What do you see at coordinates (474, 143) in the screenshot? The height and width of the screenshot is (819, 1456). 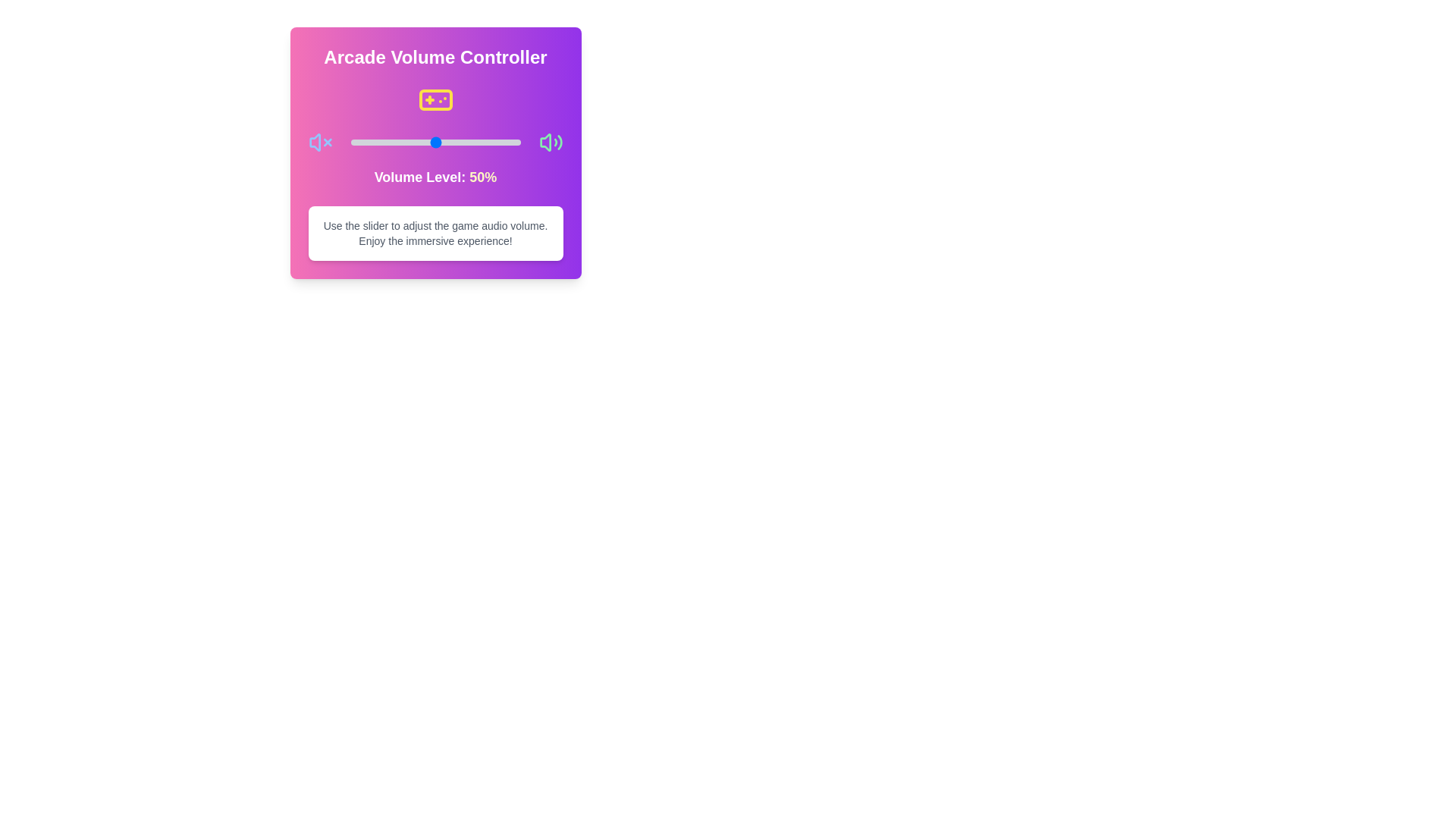 I see `the volume to 73% by dragging the slider` at bounding box center [474, 143].